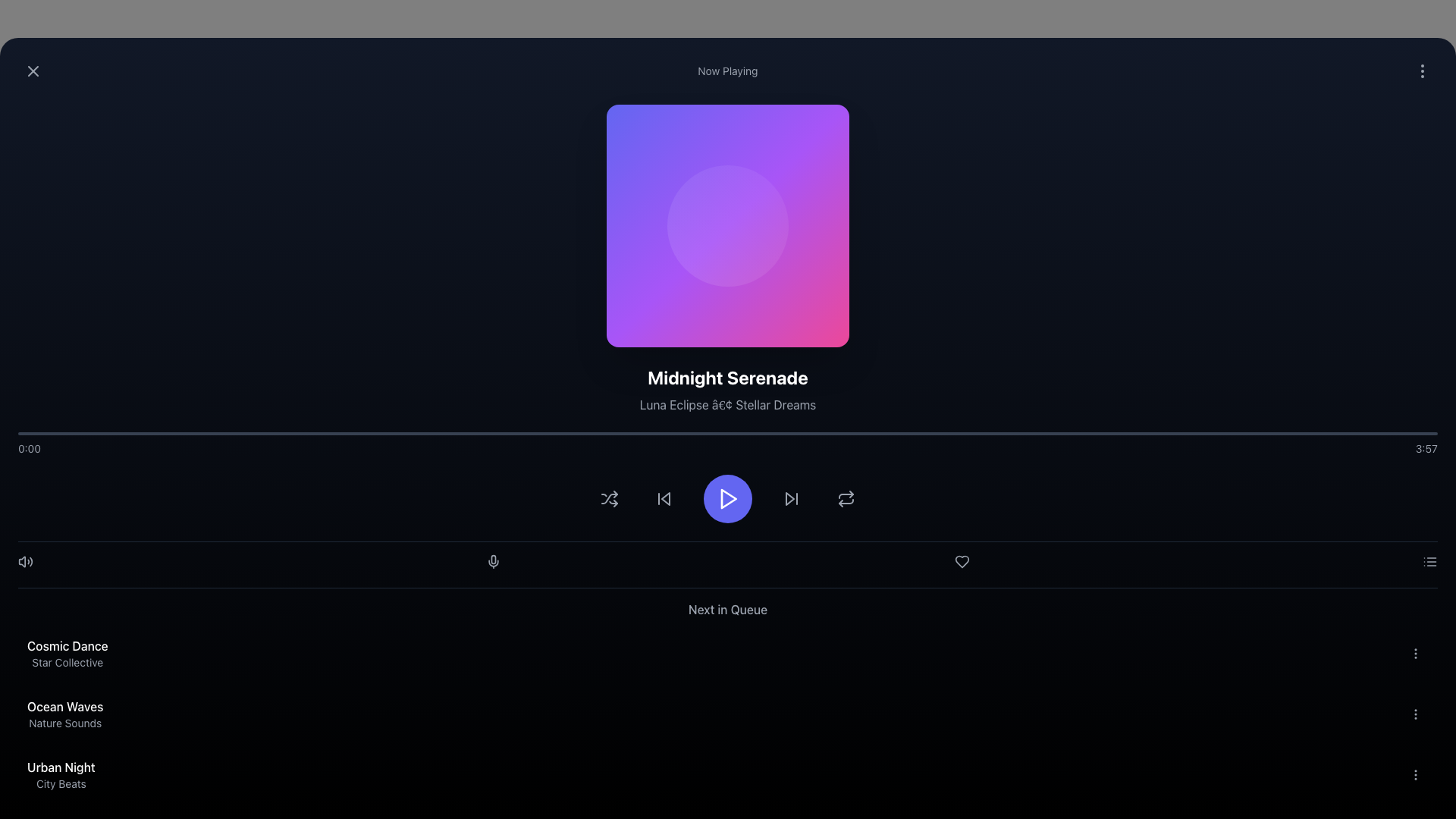 This screenshot has width=1456, height=819. I want to click on the repeat playback icon button, which is the last icon in the row of playback controls, so click(846, 499).